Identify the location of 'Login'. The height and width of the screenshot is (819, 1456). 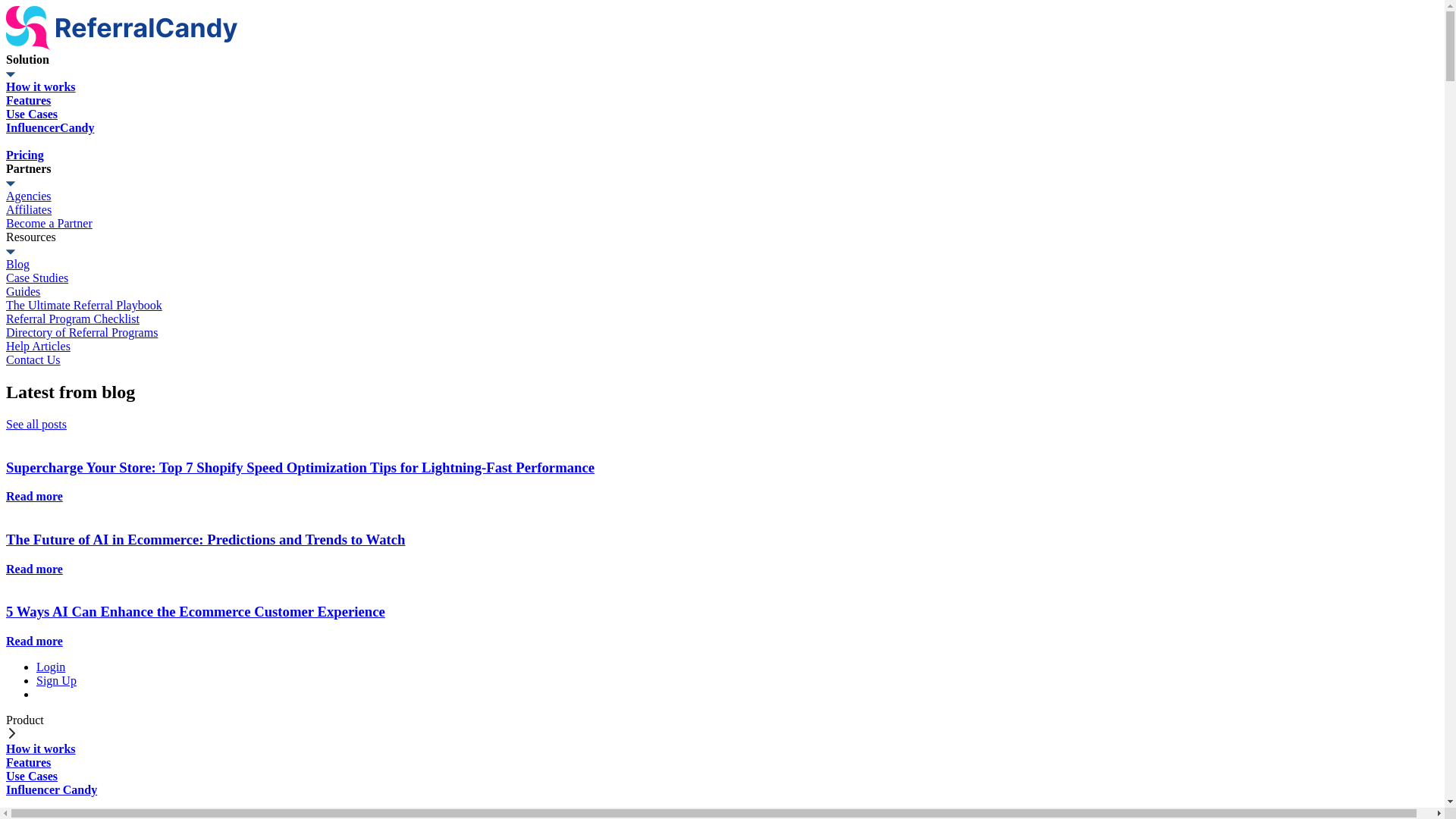
(51, 666).